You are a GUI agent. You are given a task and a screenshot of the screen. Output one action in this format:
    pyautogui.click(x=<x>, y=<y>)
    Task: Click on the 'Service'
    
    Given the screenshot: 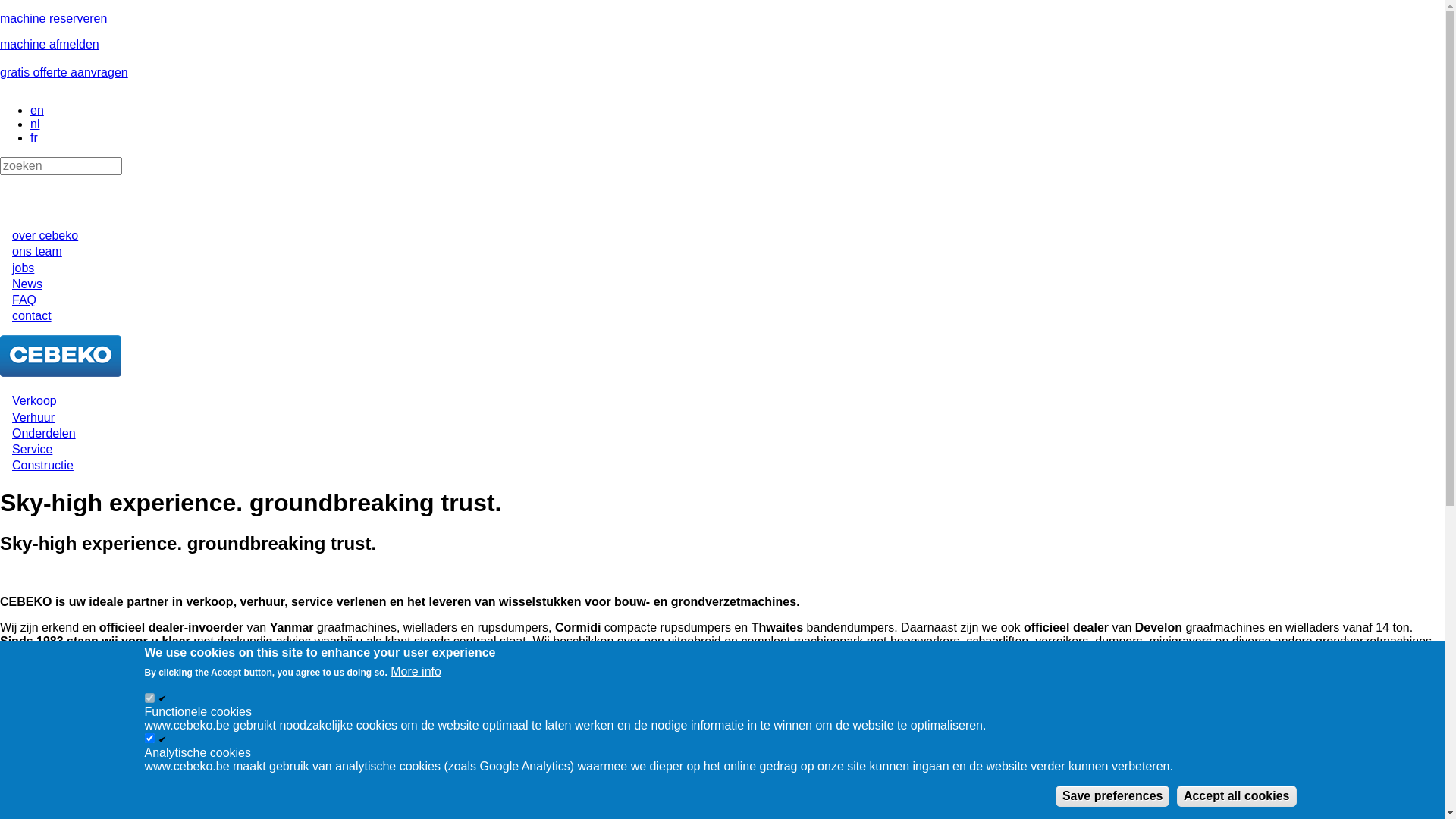 What is the action you would take?
    pyautogui.click(x=32, y=448)
    